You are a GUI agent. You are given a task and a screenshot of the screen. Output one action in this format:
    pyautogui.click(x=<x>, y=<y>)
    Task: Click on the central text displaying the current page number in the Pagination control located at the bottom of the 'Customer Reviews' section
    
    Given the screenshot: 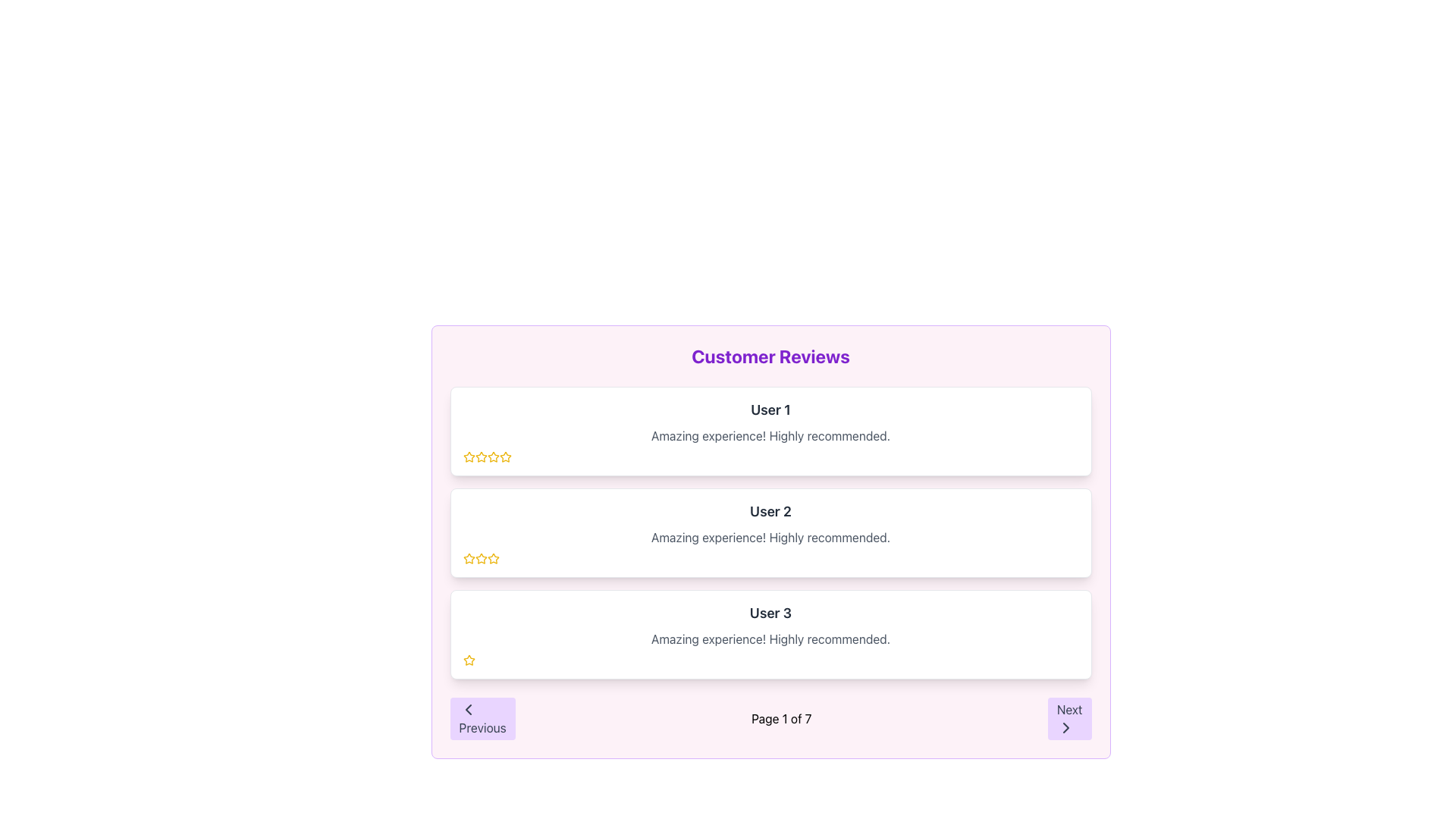 What is the action you would take?
    pyautogui.click(x=770, y=718)
    